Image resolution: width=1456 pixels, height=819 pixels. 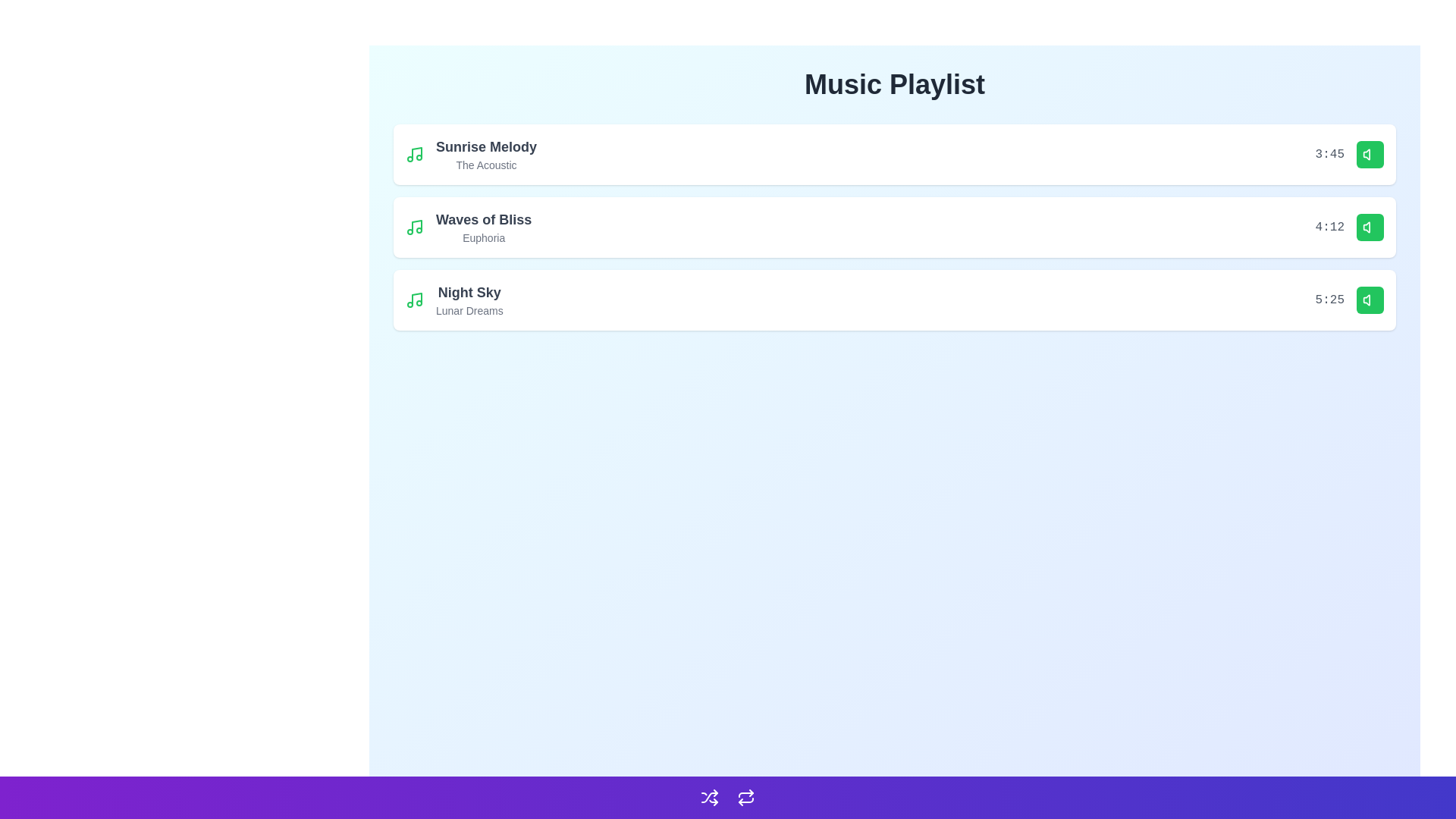 I want to click on the green rectangular button with rounded corners and a speaker icon, located to the right of the '4:12' text in the second row of items, so click(x=1370, y=227).